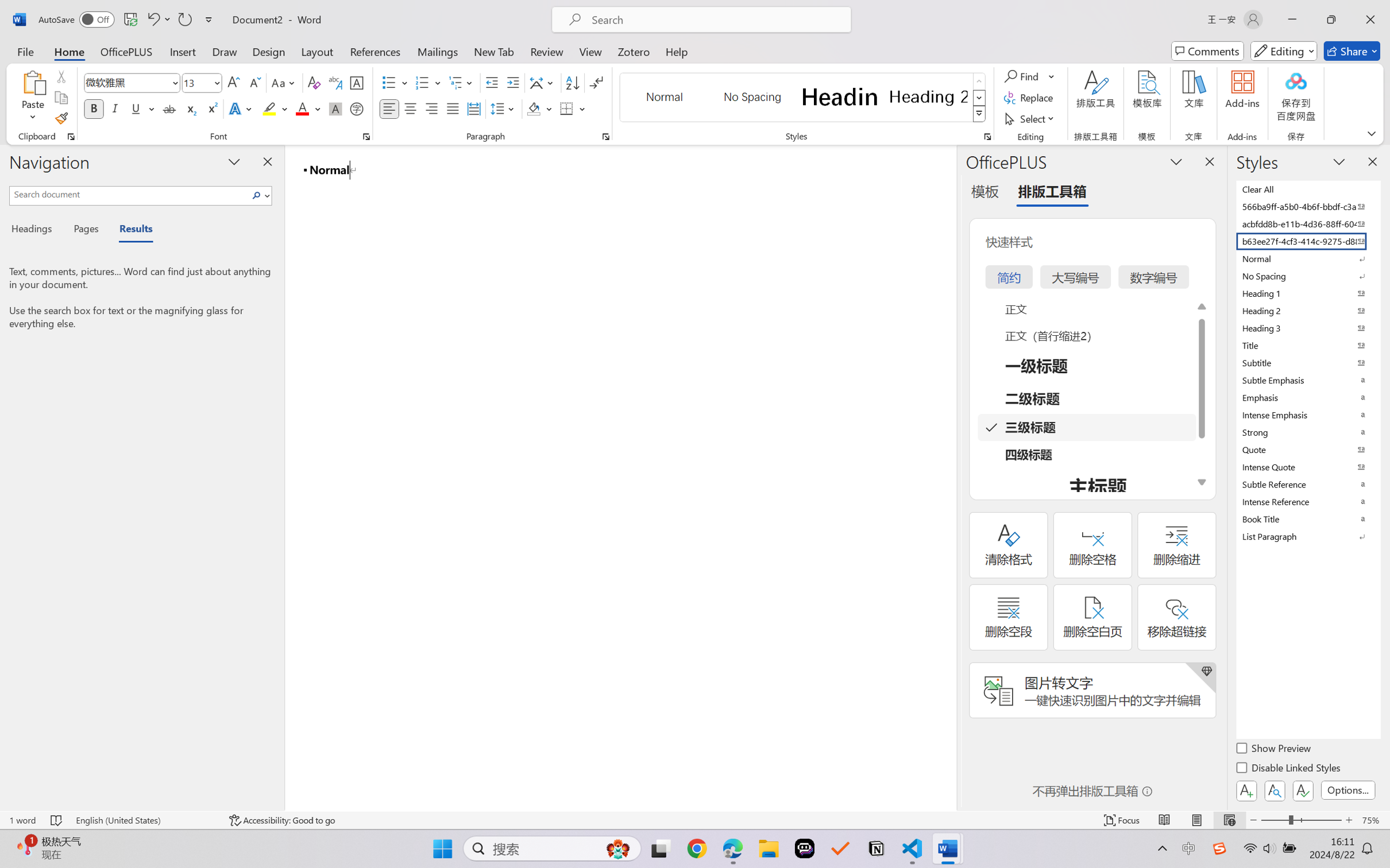 The image size is (1390, 868). What do you see at coordinates (1307, 414) in the screenshot?
I see `'Intense Emphasis'` at bounding box center [1307, 414].